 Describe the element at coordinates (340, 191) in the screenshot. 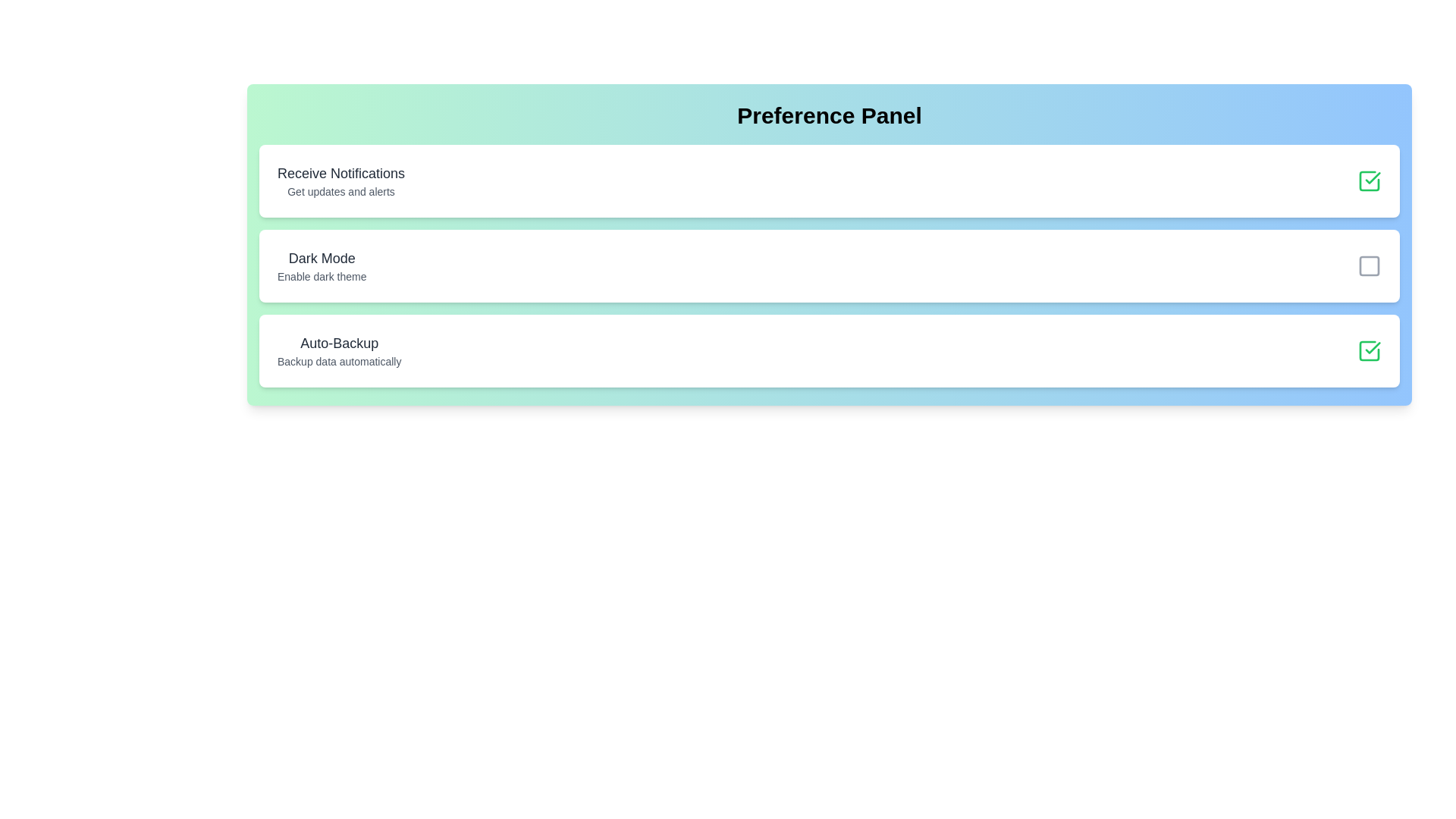

I see `the informational text label located below the title 'Receive Notifications' within the panel of the same name` at that location.